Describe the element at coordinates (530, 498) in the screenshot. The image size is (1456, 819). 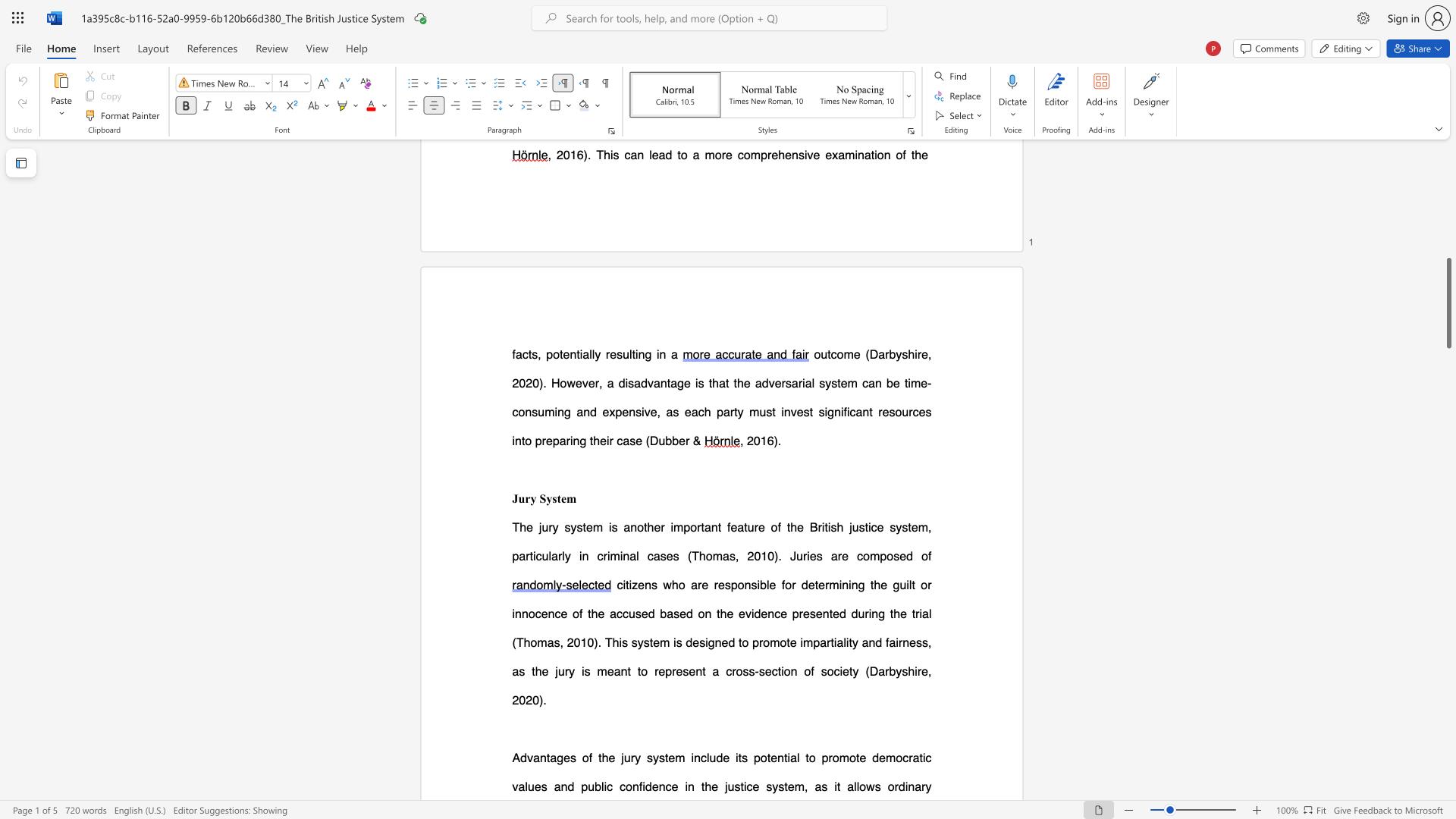
I see `the subset text "y Syste" within the text "Jury System"` at that location.